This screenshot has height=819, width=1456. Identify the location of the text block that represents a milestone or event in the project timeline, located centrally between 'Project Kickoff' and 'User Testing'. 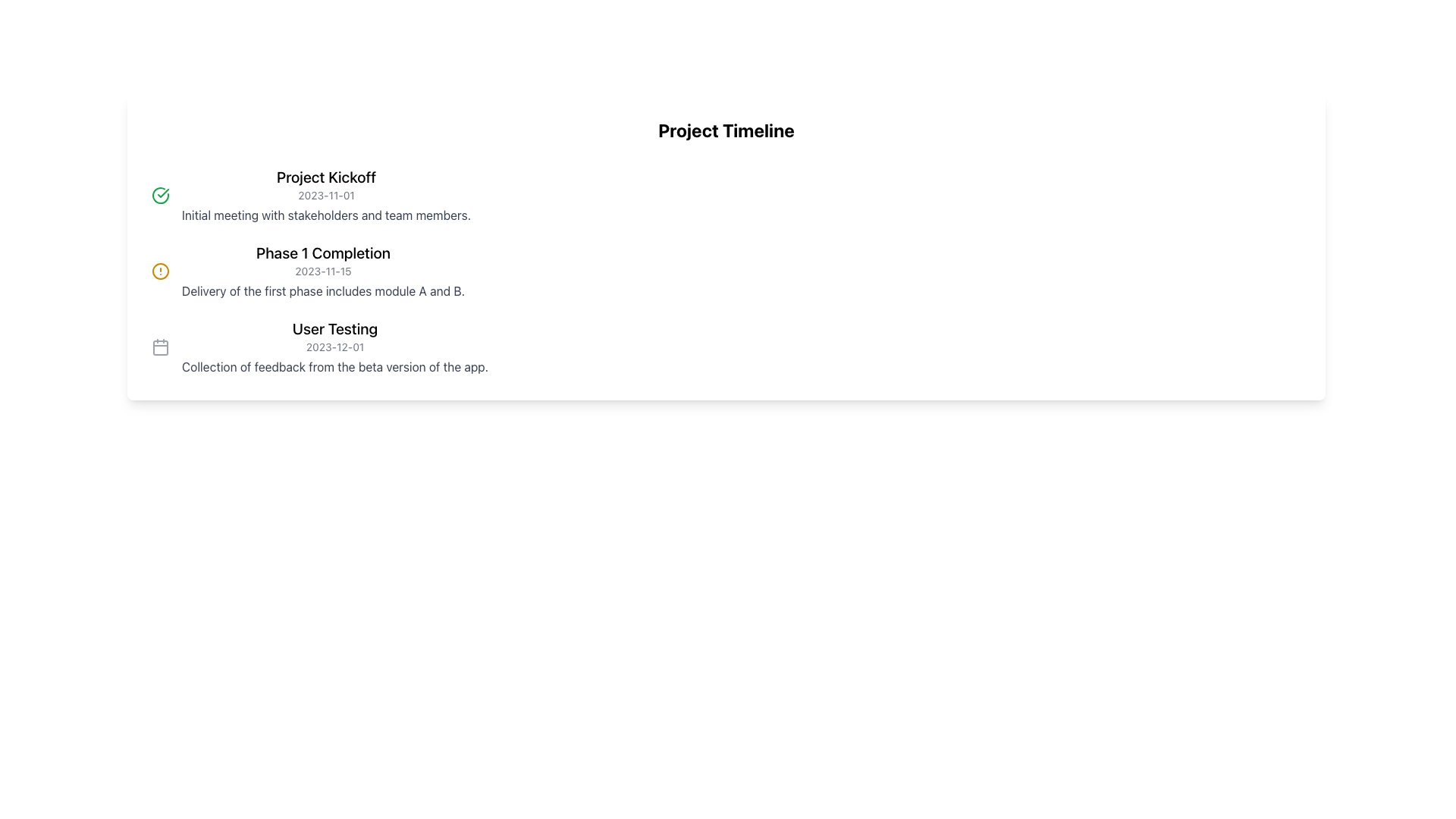
(322, 271).